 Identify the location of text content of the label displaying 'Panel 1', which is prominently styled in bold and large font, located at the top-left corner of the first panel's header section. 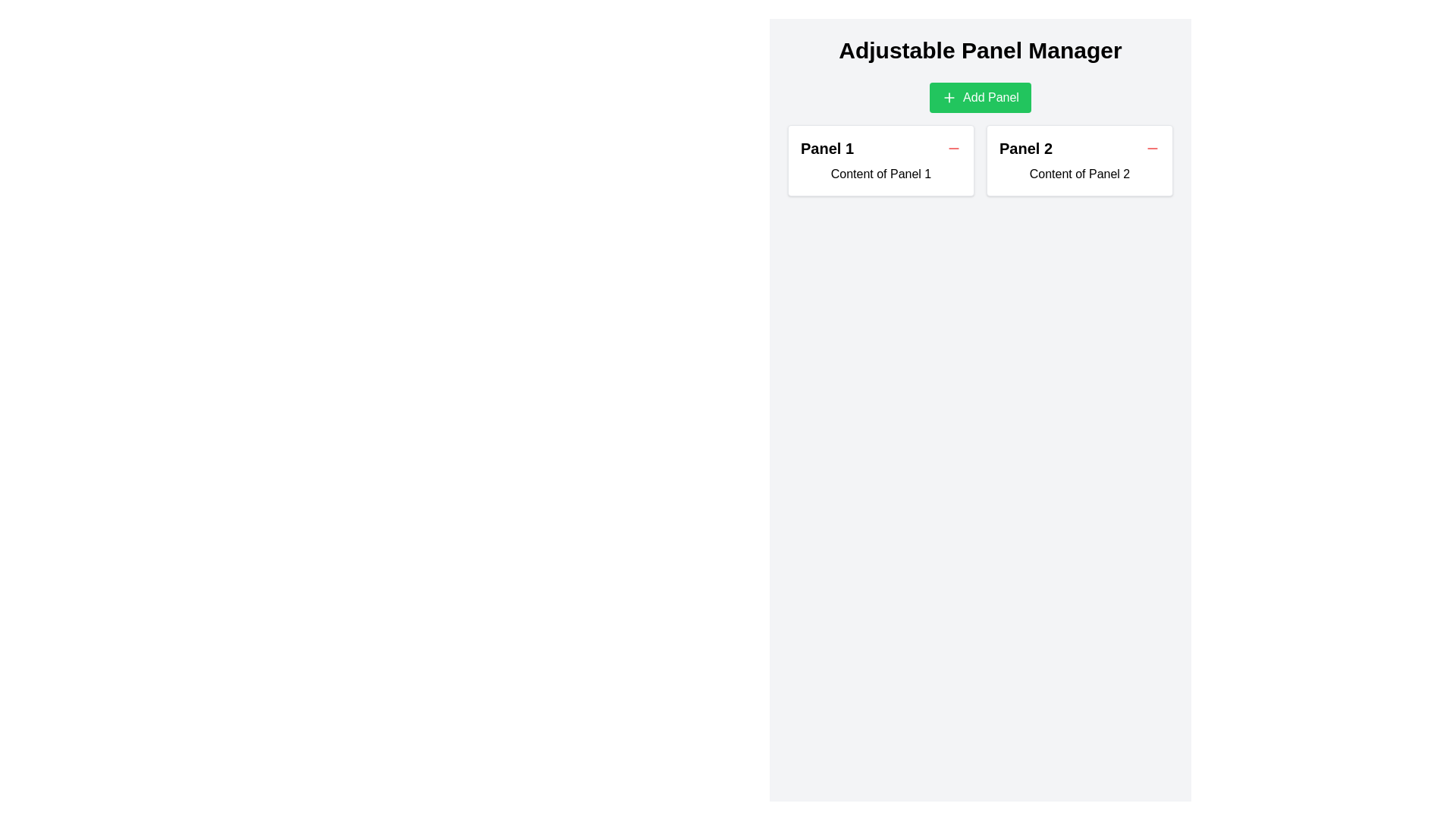
(826, 149).